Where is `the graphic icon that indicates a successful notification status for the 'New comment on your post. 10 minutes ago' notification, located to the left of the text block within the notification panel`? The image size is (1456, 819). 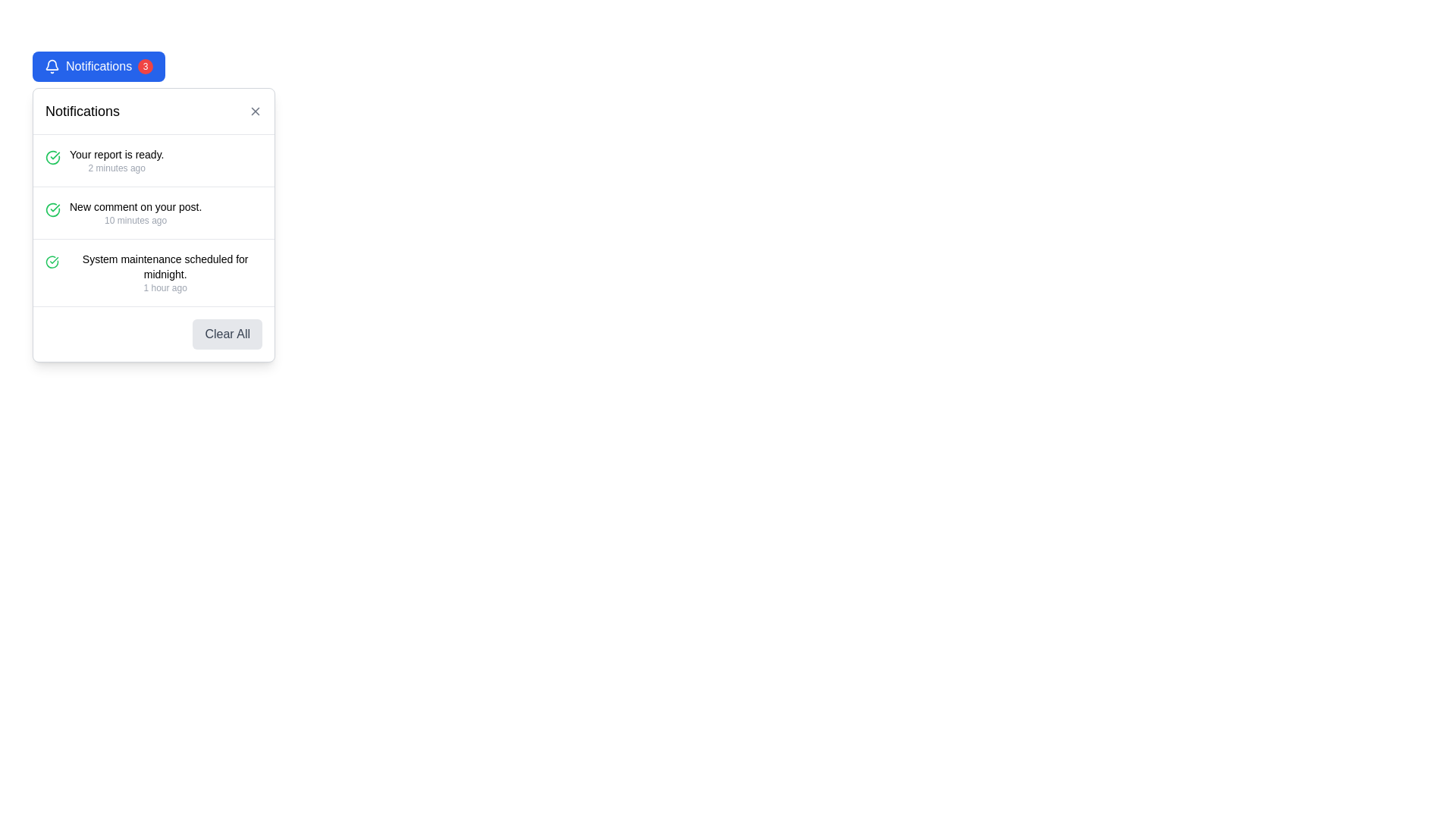
the graphic icon that indicates a successful notification status for the 'New comment on your post. 10 minutes ago' notification, located to the left of the text block within the notification panel is located at coordinates (53, 210).